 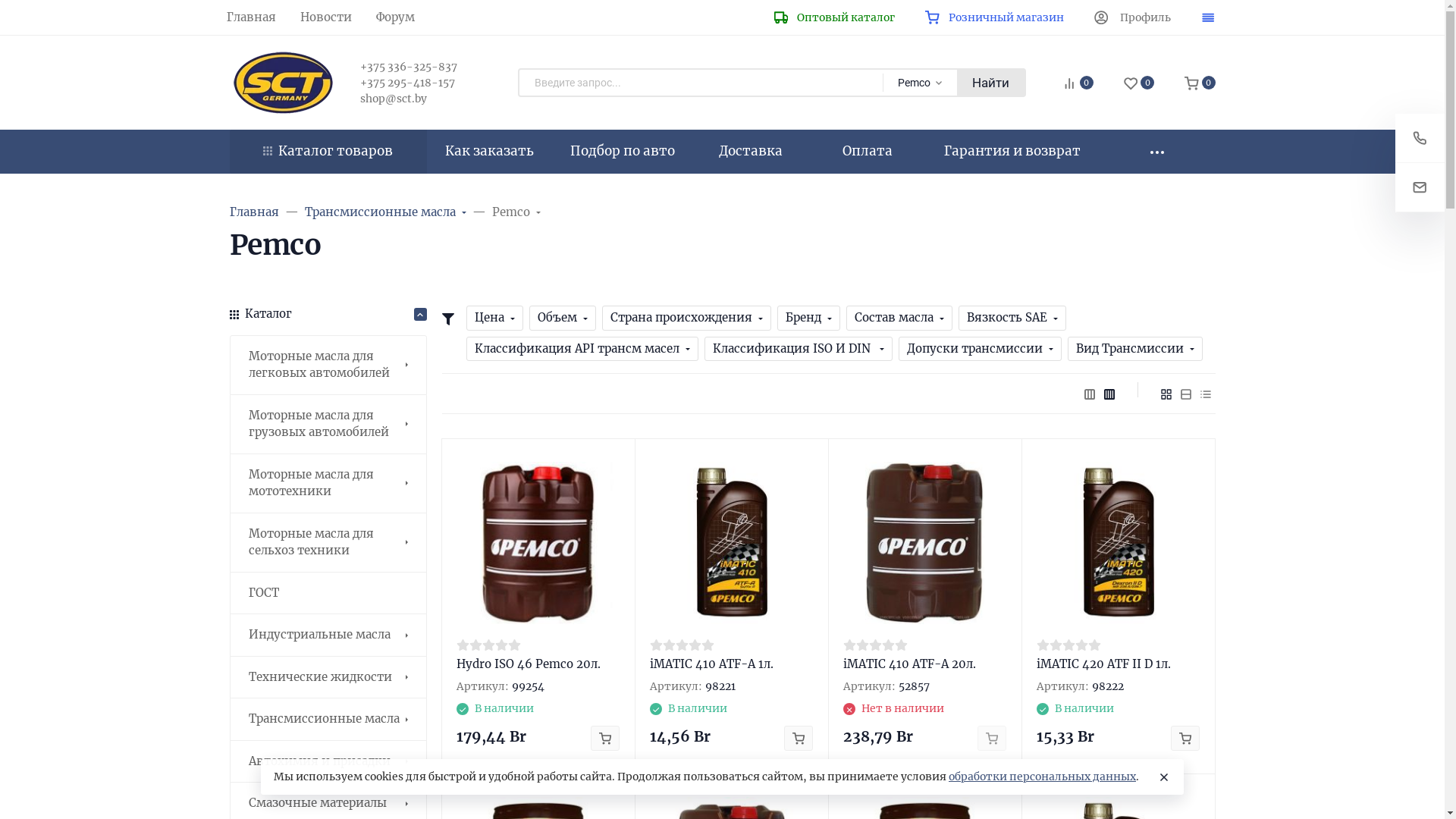 I want to click on 'SCT.BY', so click(x=281, y=82).